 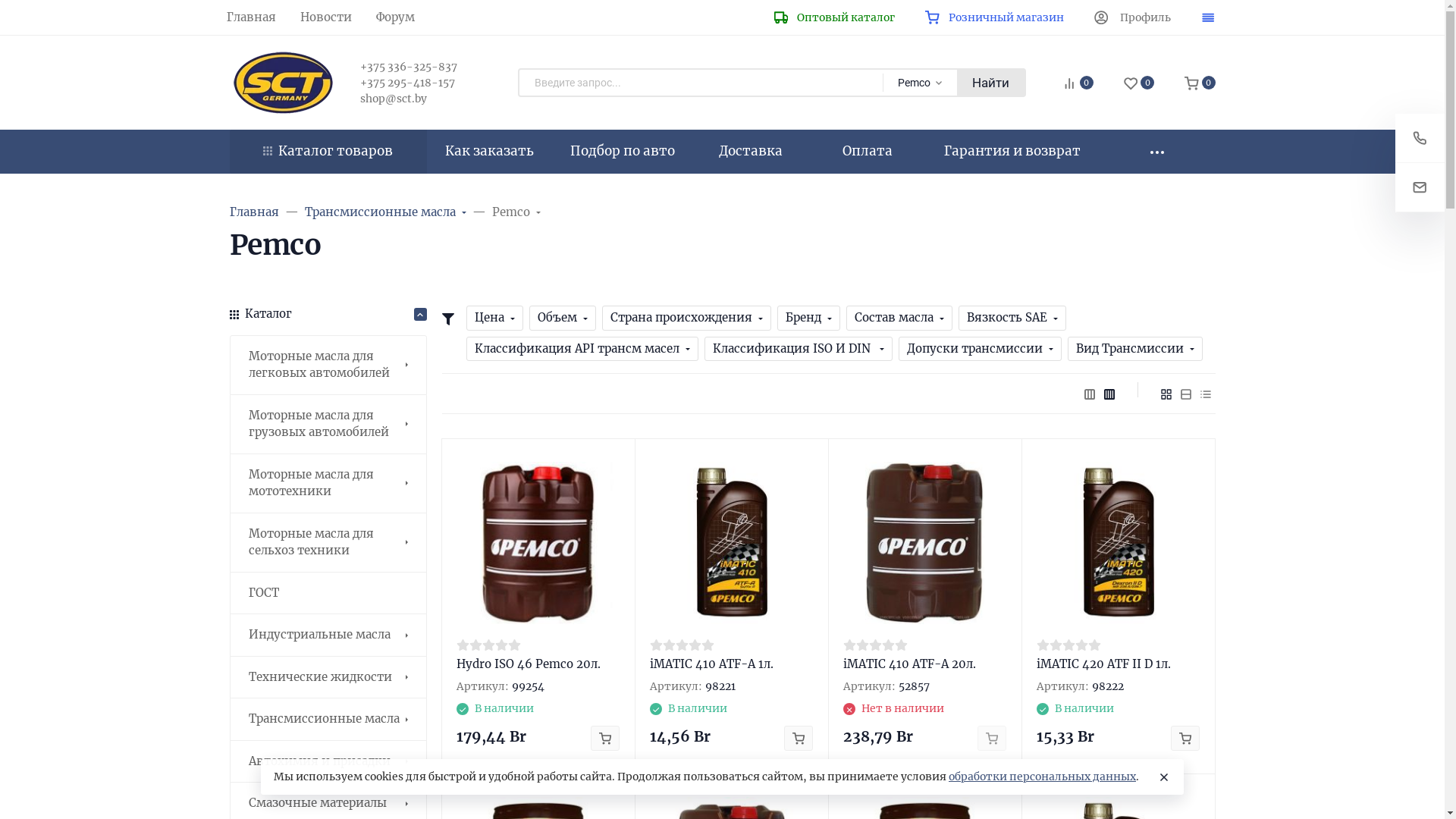 I want to click on 'SCT.BY', so click(x=281, y=82).